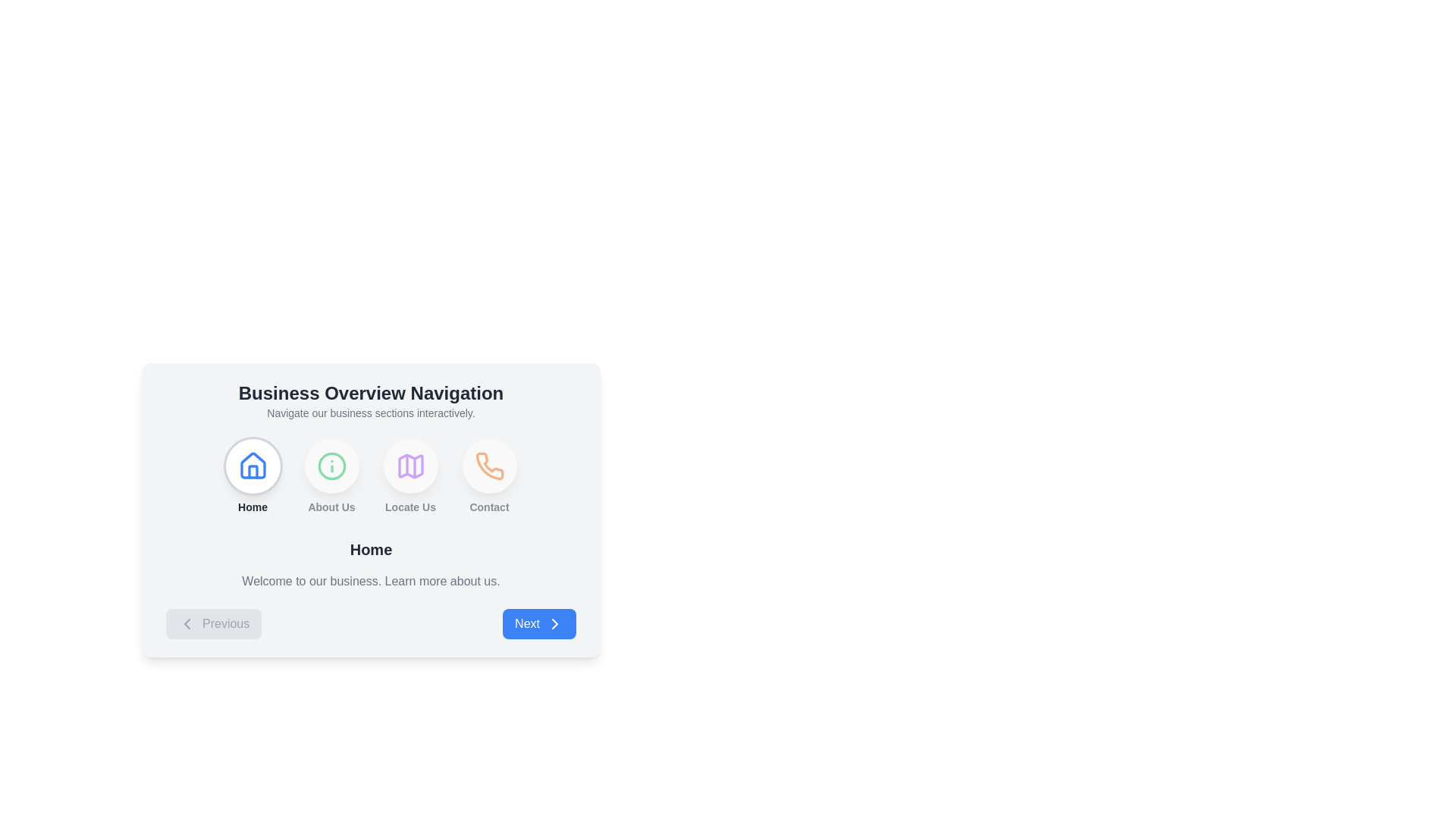 This screenshot has width=1456, height=819. What do you see at coordinates (489, 507) in the screenshot?
I see `the 'Contact' label, which is the last label in the navigation section, positioned beneath the orange phone icon` at bounding box center [489, 507].